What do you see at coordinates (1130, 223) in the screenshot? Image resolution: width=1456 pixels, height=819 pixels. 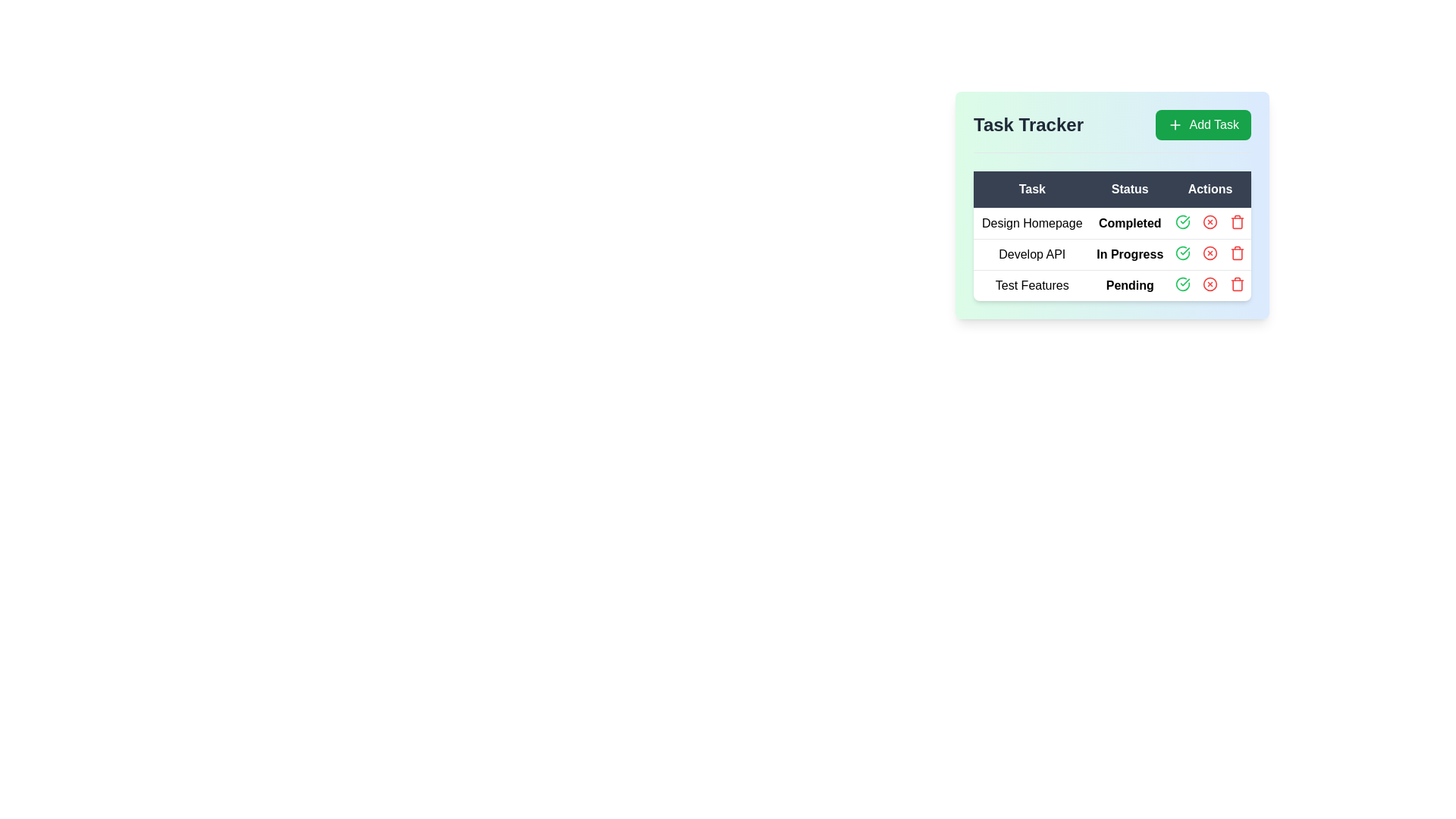 I see `the non-interactive status label displaying 'Completed' for the 'Design Homepage' task located in the 'Status' column` at bounding box center [1130, 223].